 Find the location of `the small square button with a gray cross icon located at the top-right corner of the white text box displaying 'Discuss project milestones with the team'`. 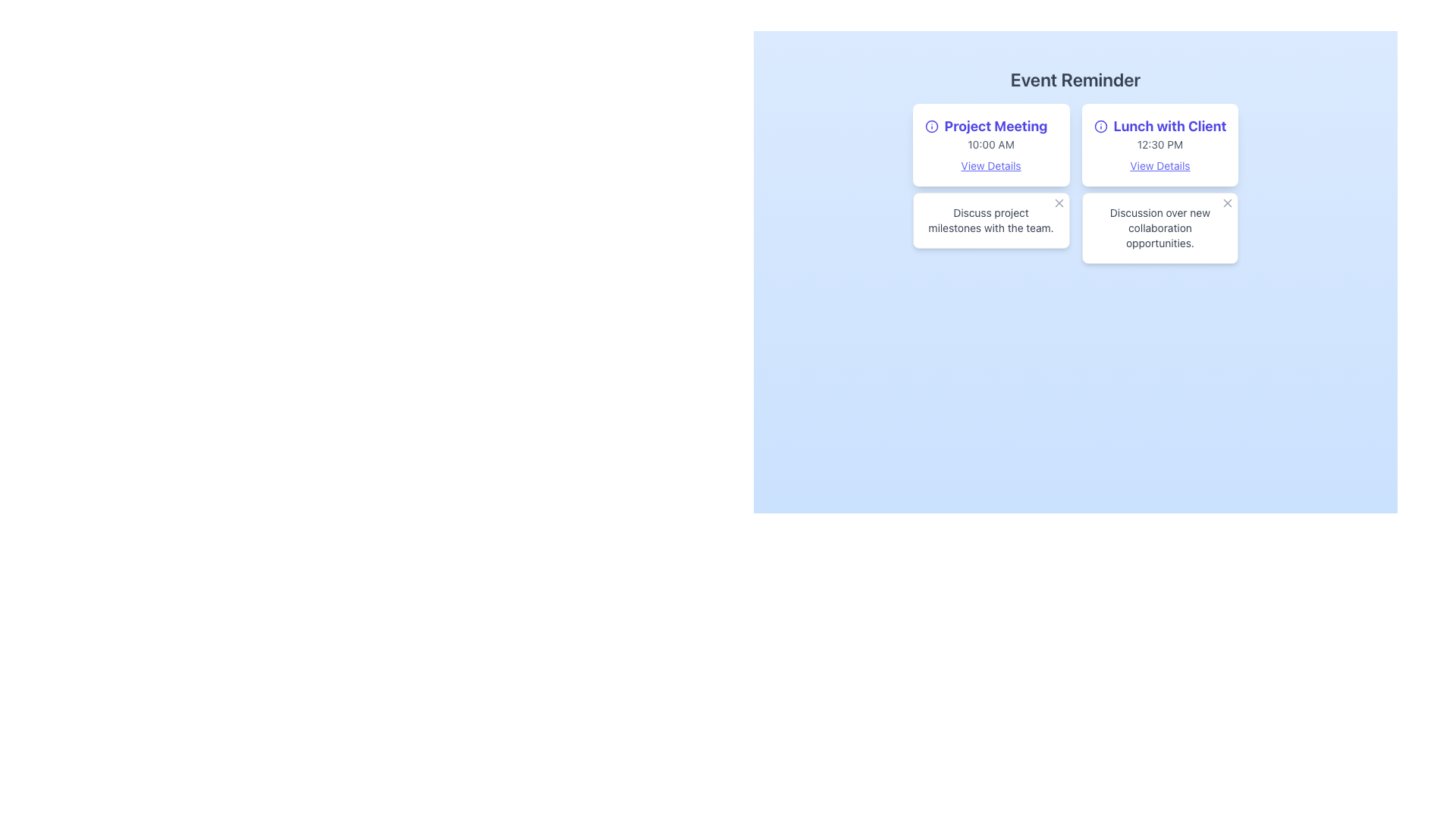

the small square button with a gray cross icon located at the top-right corner of the white text box displaying 'Discuss project milestones with the team' is located at coordinates (1058, 202).